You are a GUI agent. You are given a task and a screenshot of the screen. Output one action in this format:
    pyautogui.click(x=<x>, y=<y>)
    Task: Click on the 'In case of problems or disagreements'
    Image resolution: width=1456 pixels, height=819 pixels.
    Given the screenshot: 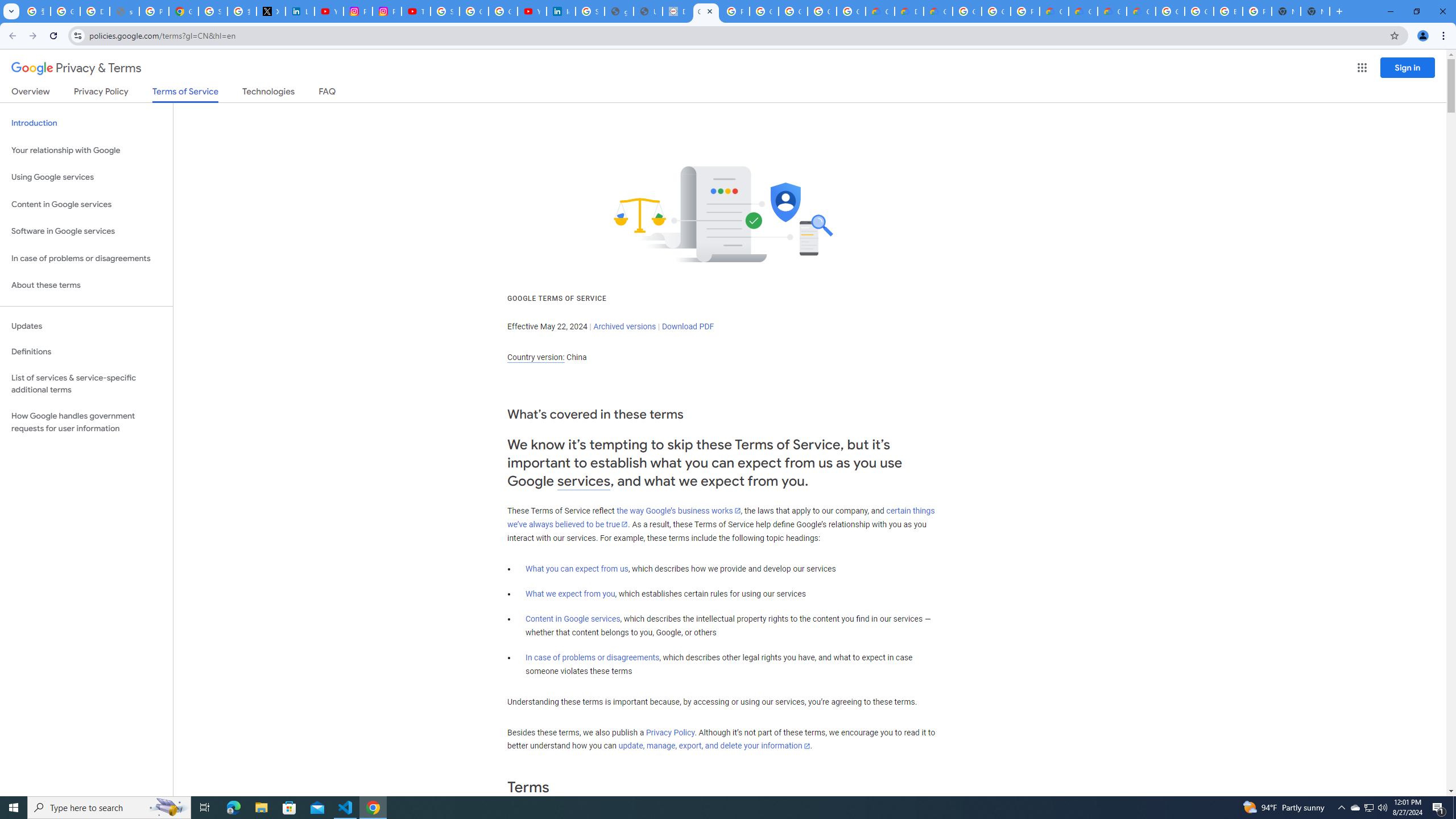 What is the action you would take?
    pyautogui.click(x=591, y=657)
    